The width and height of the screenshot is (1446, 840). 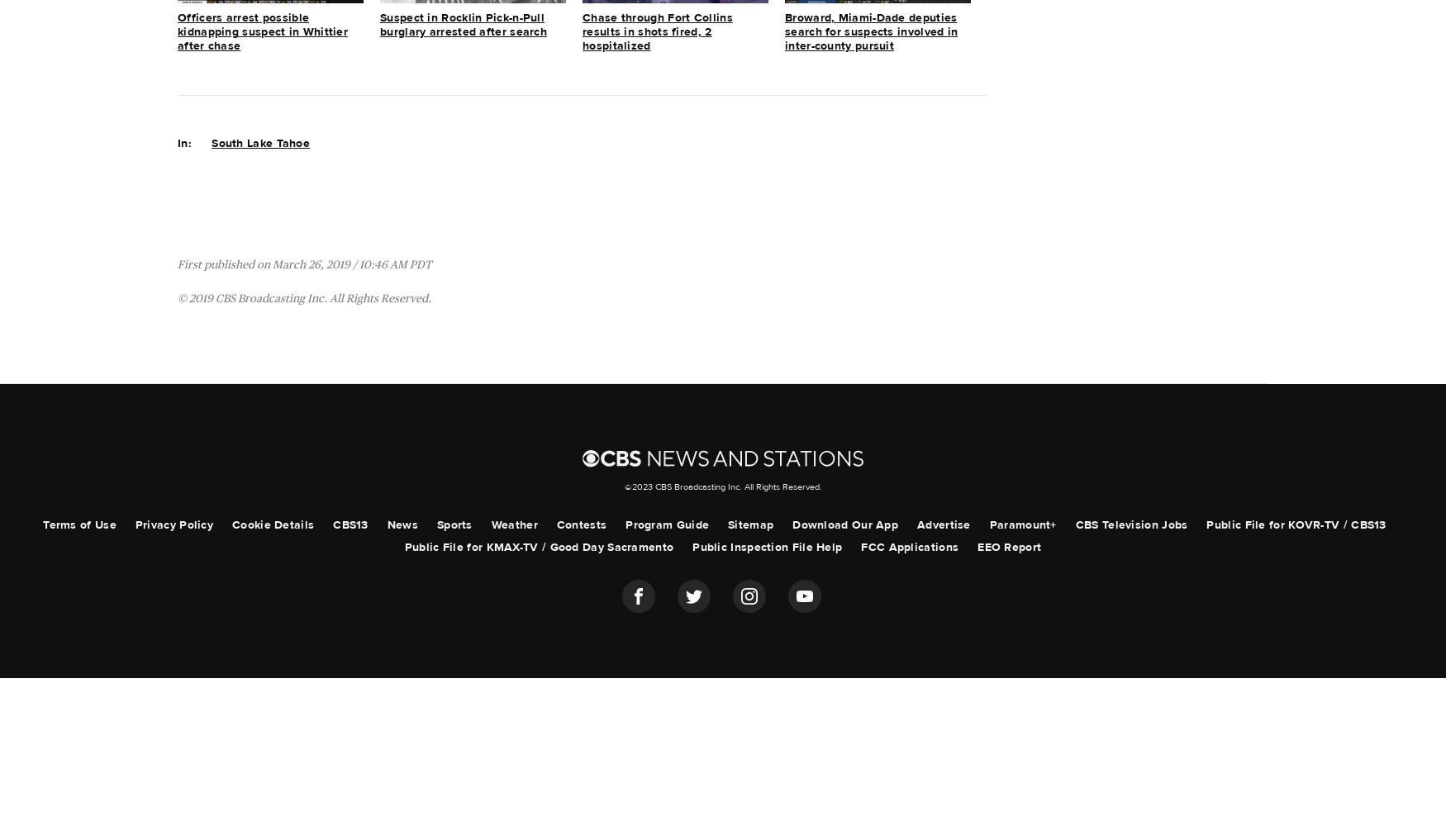 What do you see at coordinates (273, 524) in the screenshot?
I see `'Cookie Details'` at bounding box center [273, 524].